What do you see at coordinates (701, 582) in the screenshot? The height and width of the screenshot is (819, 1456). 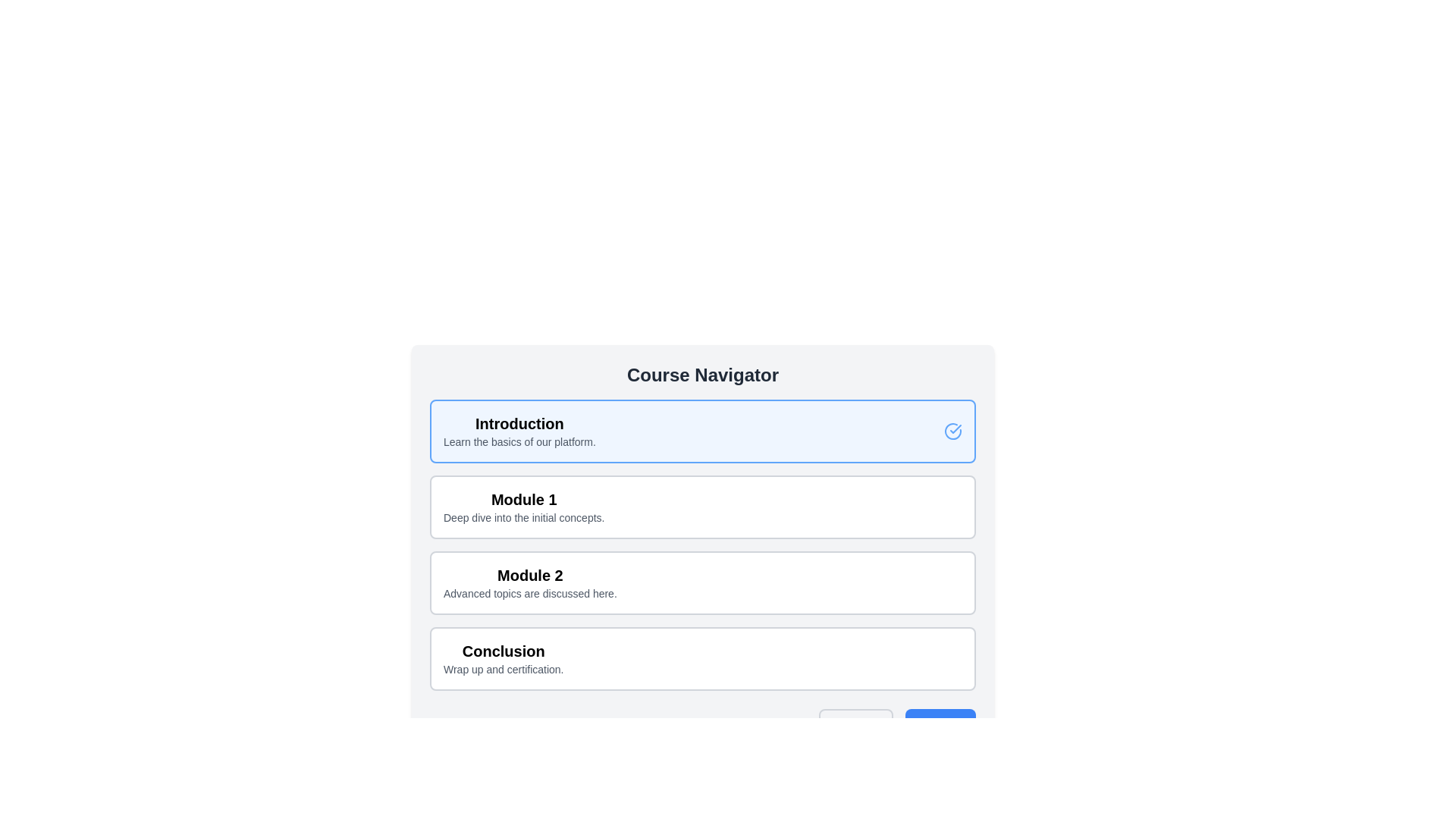 I see `the module Module 2 to view its details` at bounding box center [701, 582].